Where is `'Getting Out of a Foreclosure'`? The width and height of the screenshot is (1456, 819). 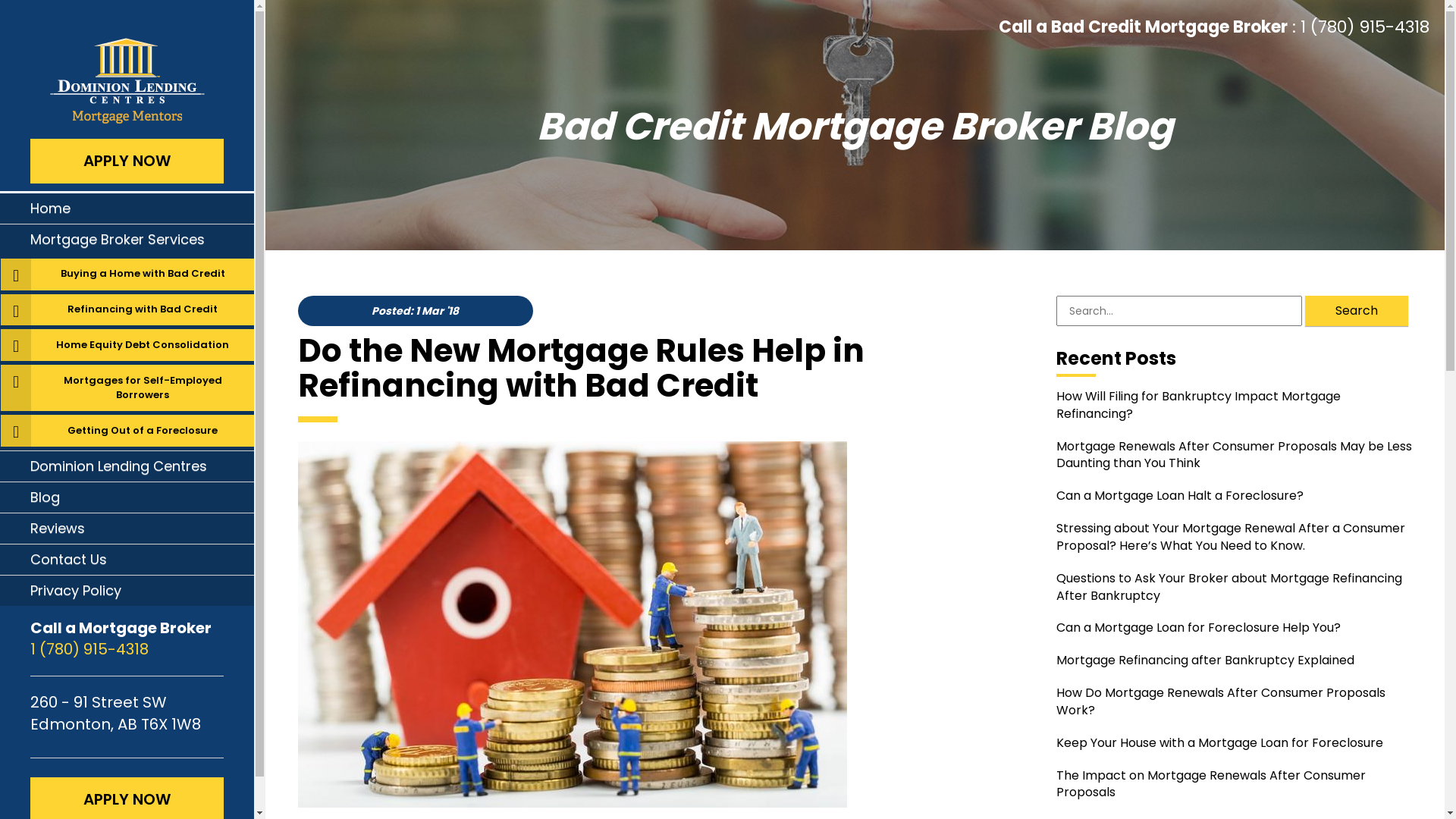 'Getting Out of a Foreclosure' is located at coordinates (142, 430).